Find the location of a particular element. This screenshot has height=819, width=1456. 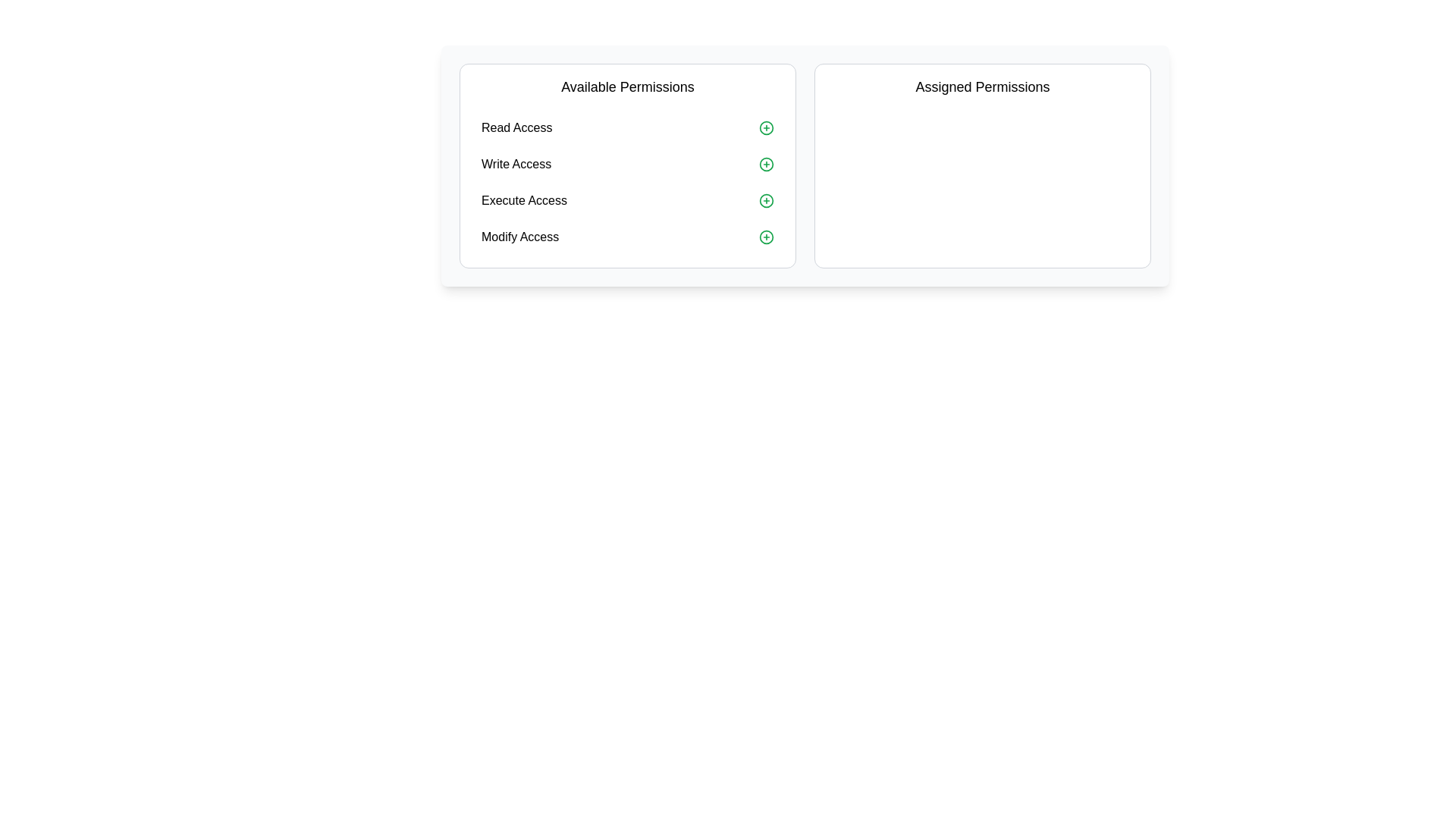

'+' icon next to the permission labeled 'Write Access' in the 'Available Permissions' list is located at coordinates (767, 164).